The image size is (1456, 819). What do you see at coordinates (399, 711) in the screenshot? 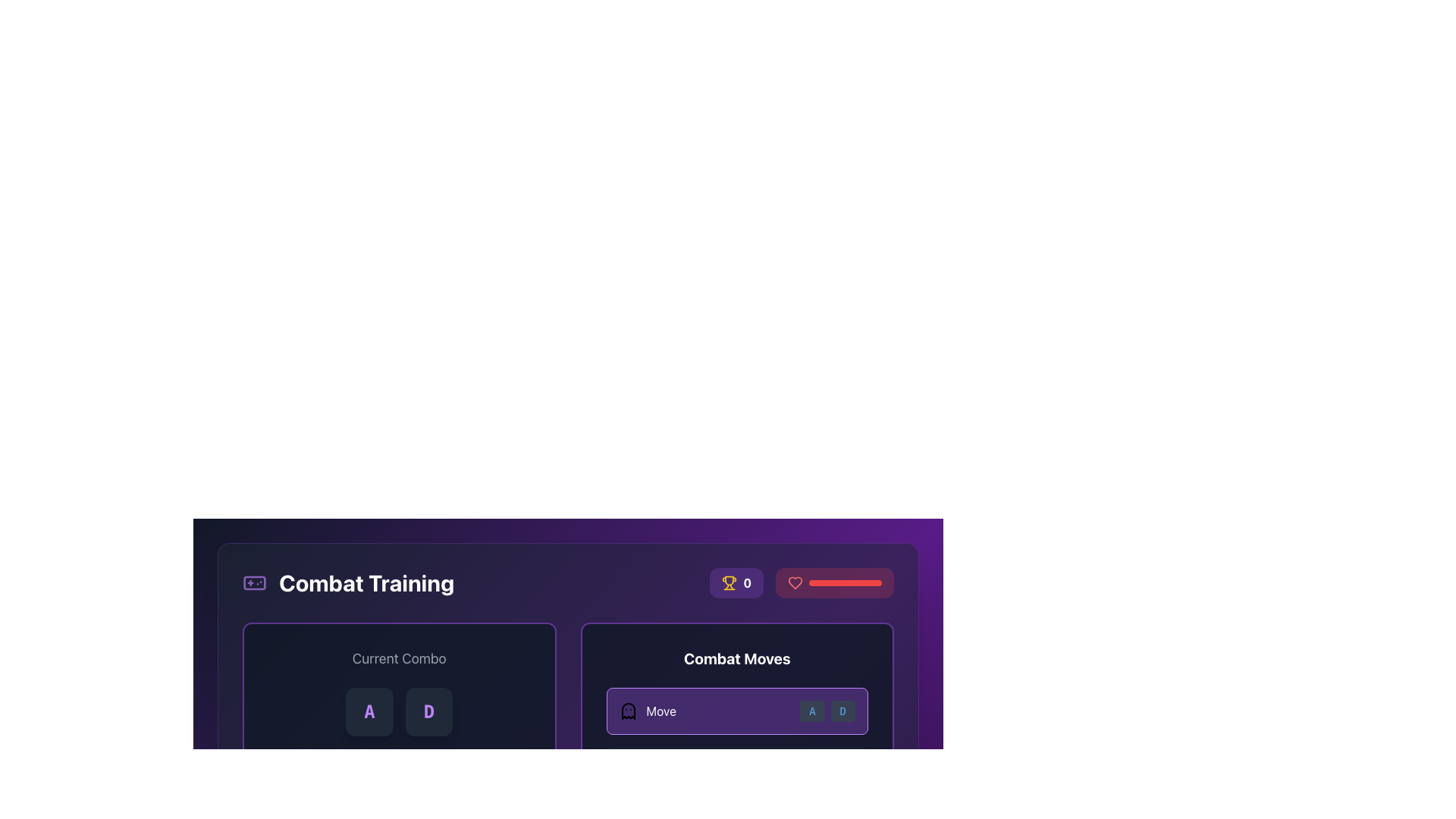
I see `the 'A' button in the 'Current Combo' interactive button group` at bounding box center [399, 711].